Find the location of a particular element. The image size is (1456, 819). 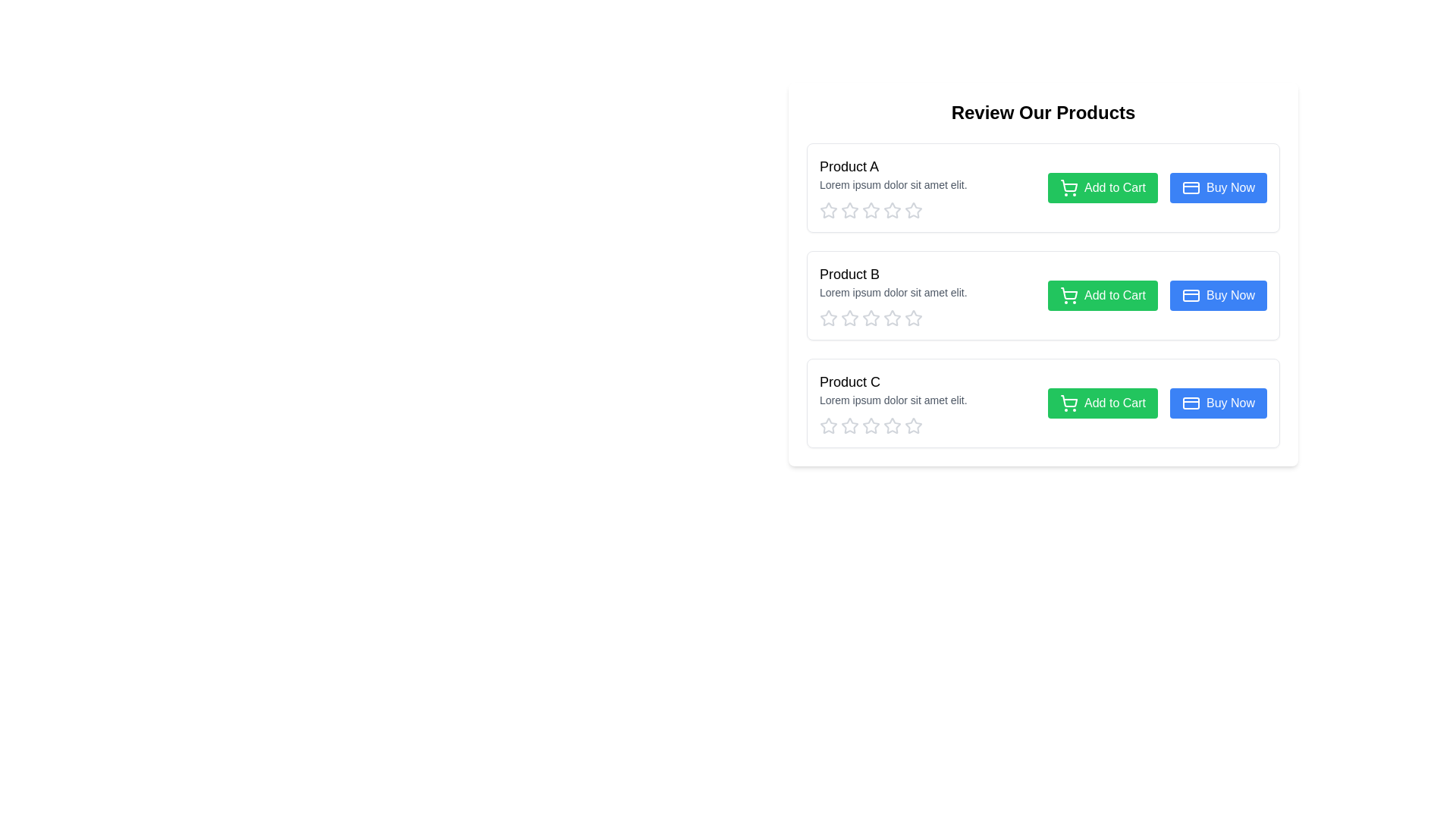

the stars in the composite information block for 'Product B' to trigger the scaling effect is located at coordinates (927, 295).